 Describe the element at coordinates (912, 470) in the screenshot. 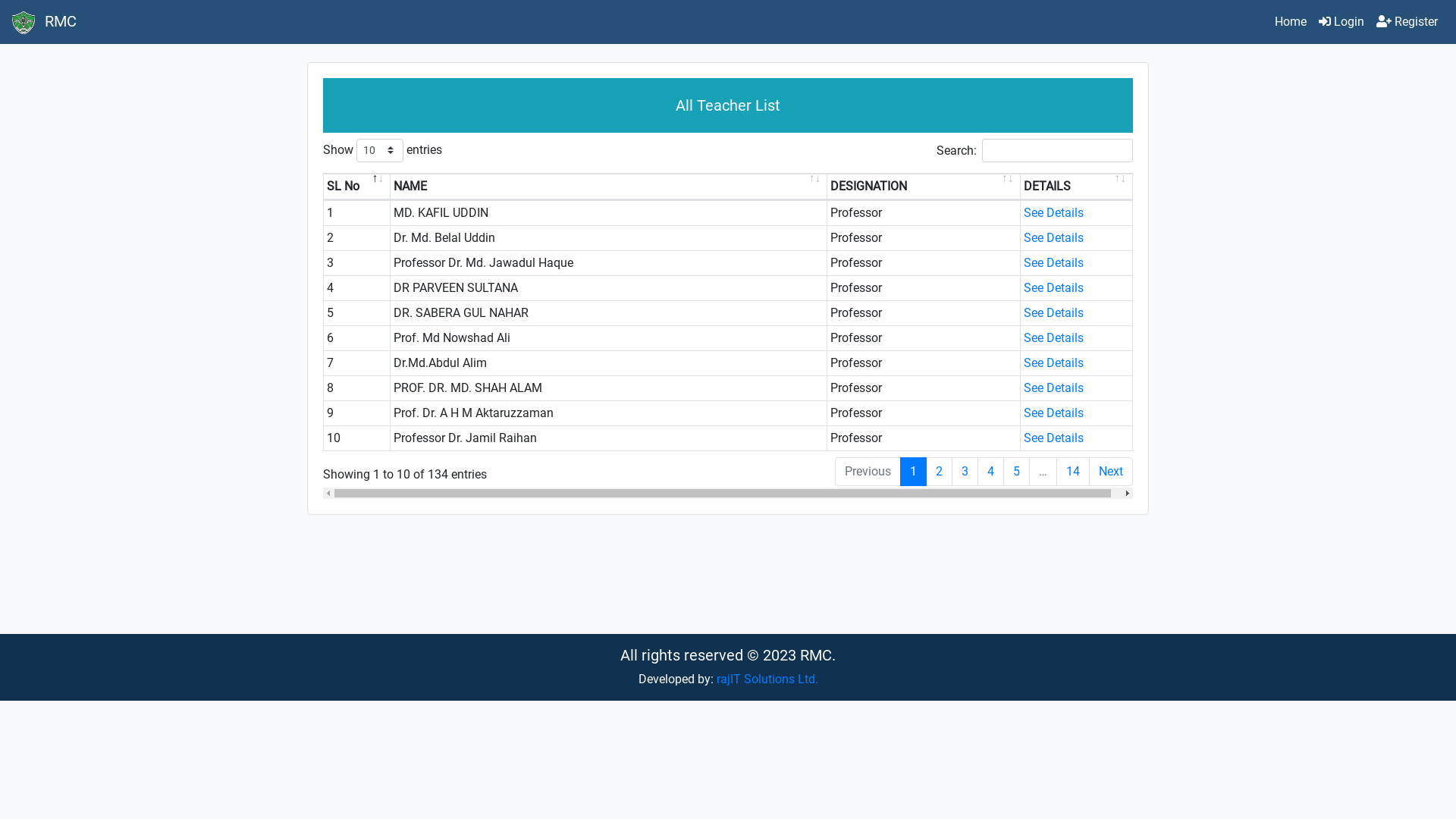

I see `'1'` at that location.